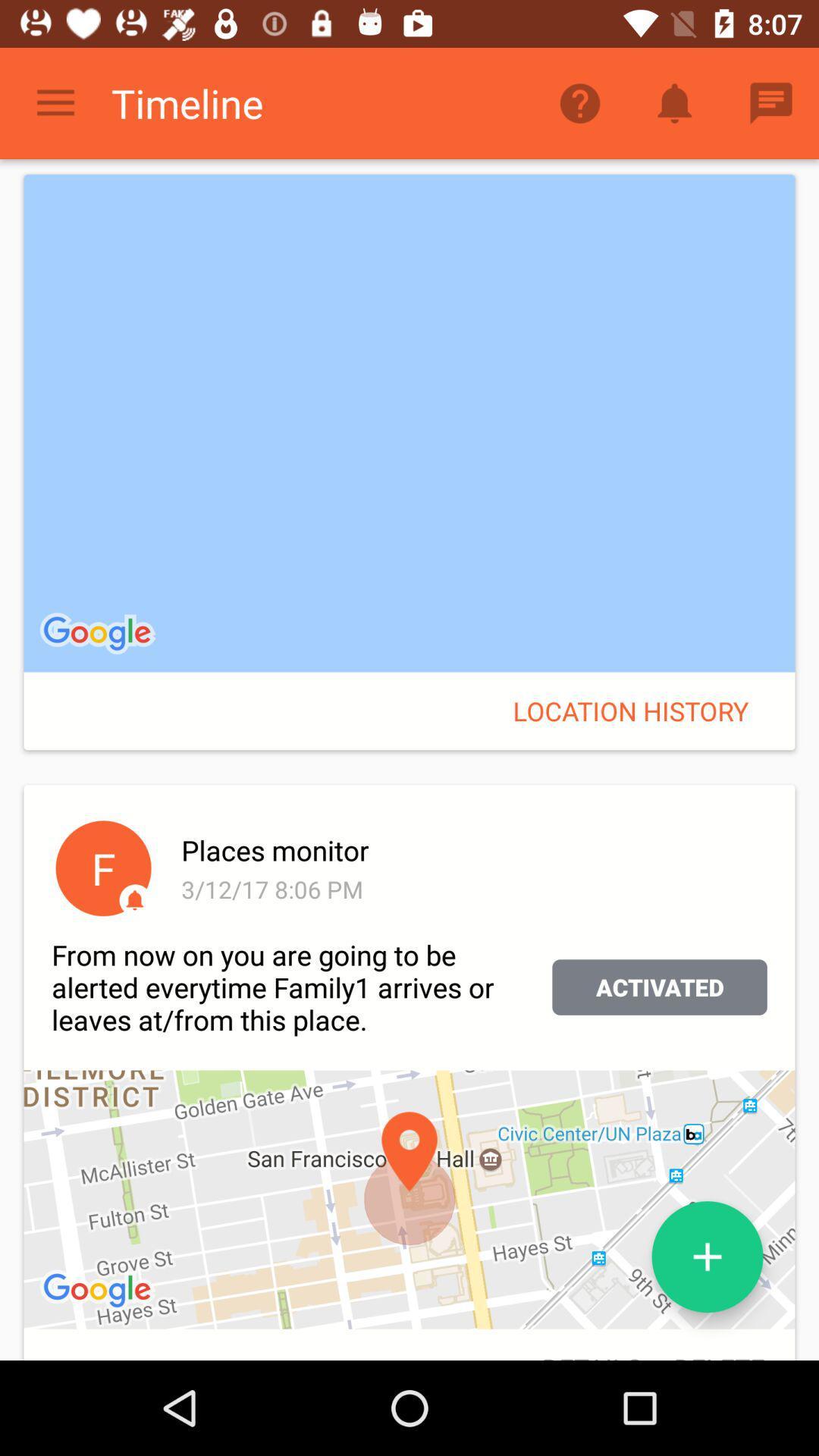 The image size is (819, 1456). I want to click on the add icon, so click(708, 1257).